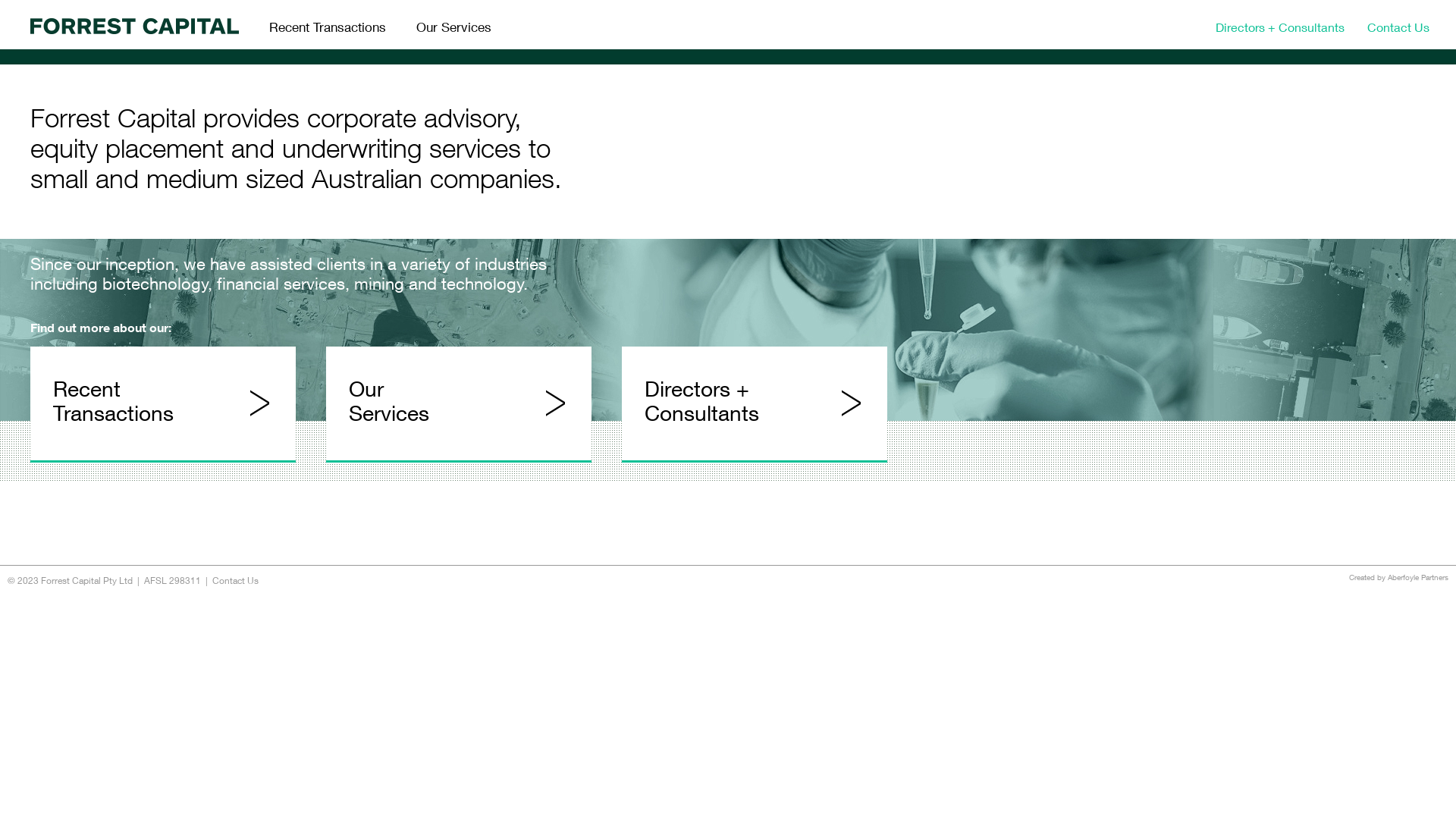 The width and height of the screenshot is (1456, 819). Describe the element at coordinates (234, 580) in the screenshot. I see `'Contact Us'` at that location.